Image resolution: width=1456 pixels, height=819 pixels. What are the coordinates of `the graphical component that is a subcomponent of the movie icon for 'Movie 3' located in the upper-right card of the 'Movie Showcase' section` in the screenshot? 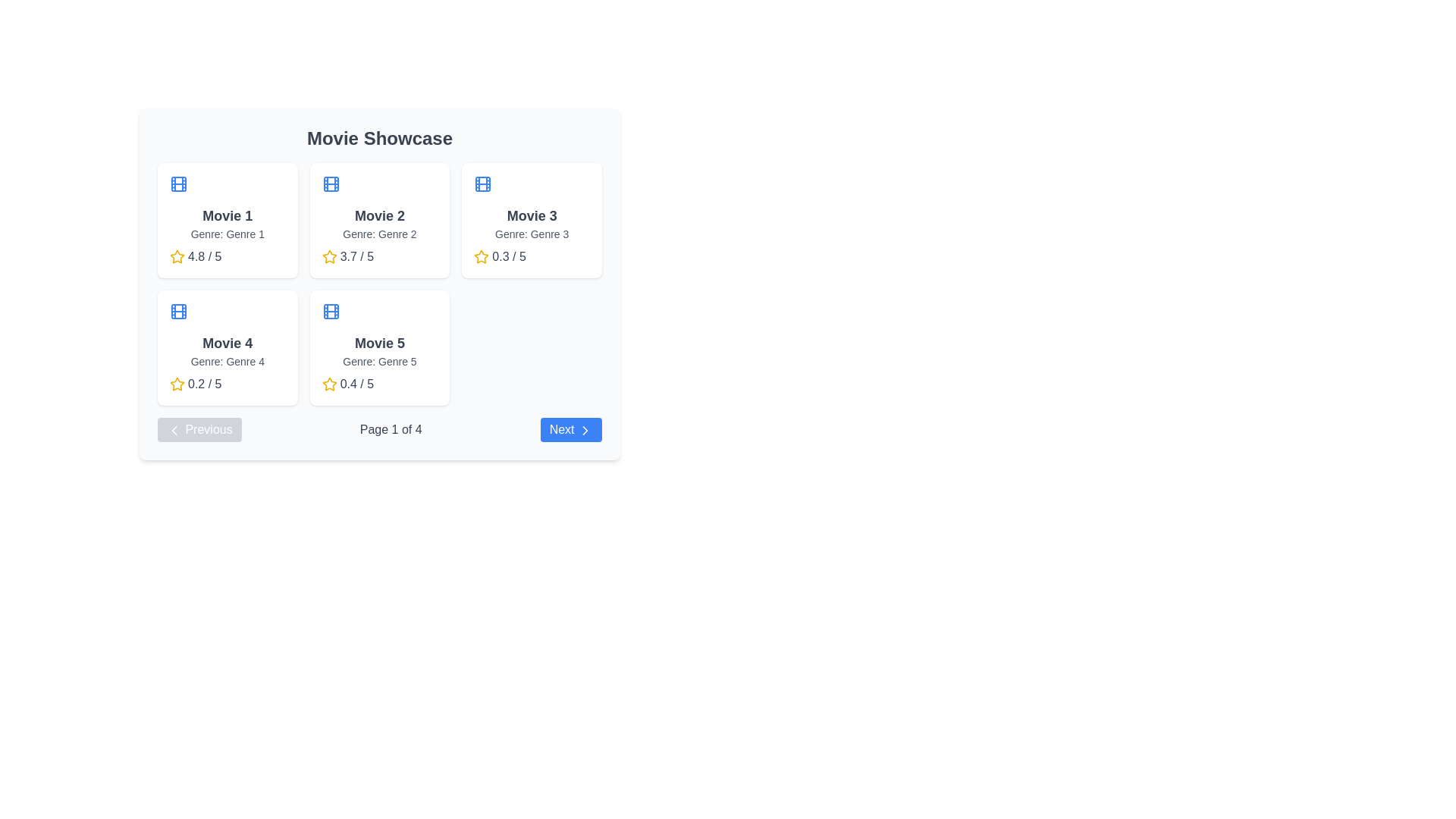 It's located at (482, 184).